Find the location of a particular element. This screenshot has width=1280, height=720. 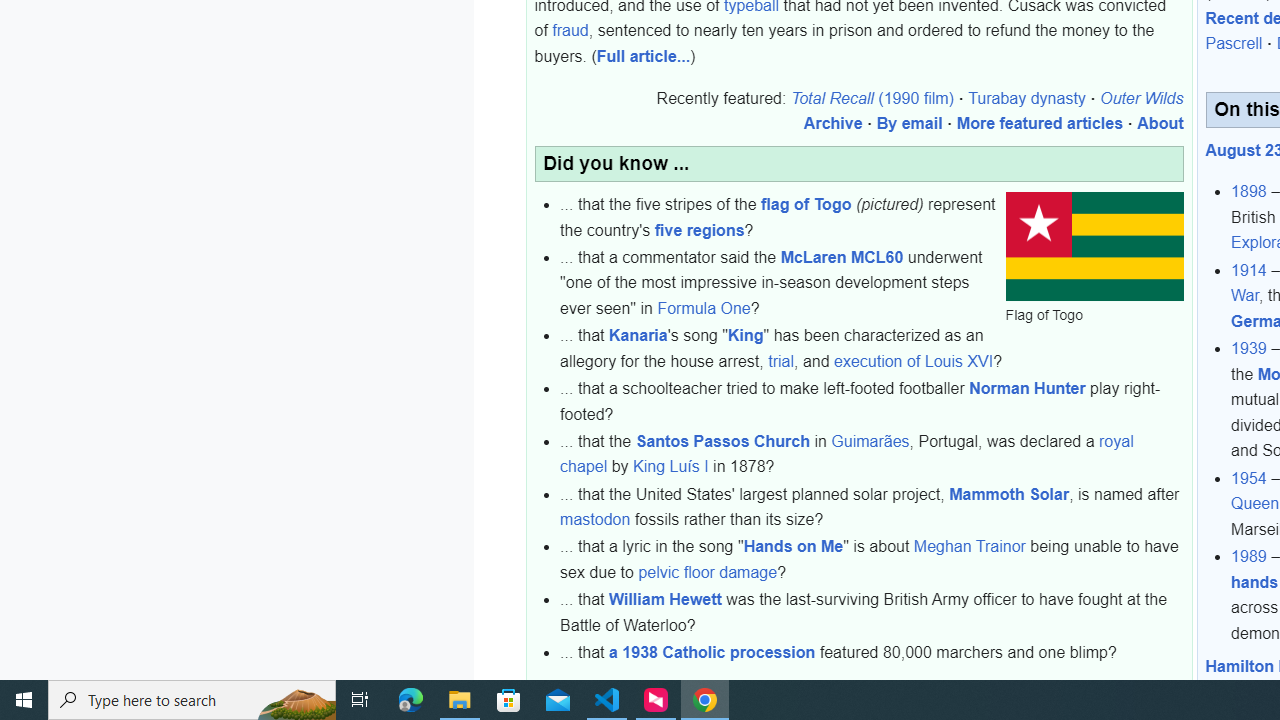

'Outer Wilds' is located at coordinates (1141, 98).